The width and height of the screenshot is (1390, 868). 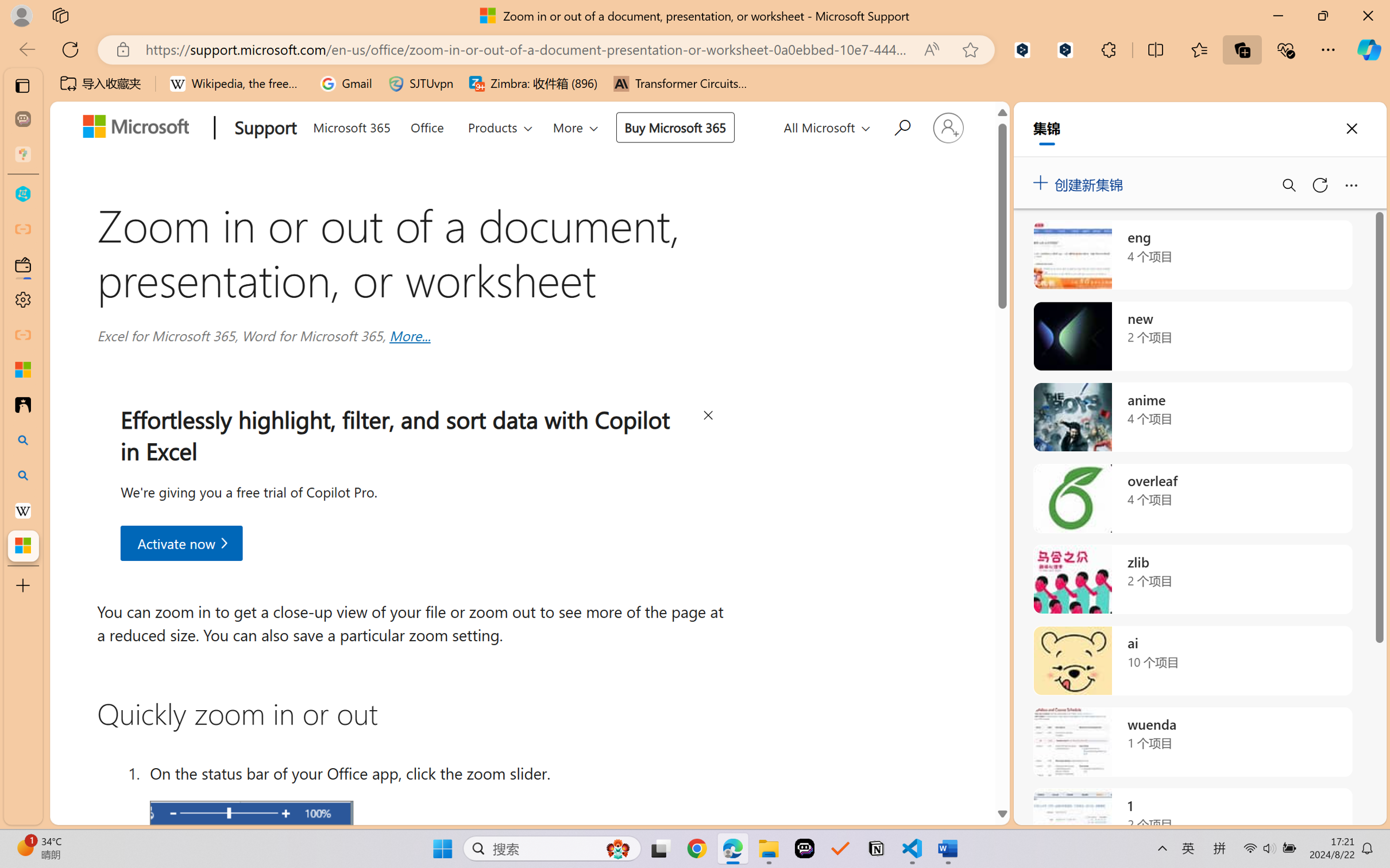 I want to click on 'Transformer Circuits Thread', so click(x=680, y=83).